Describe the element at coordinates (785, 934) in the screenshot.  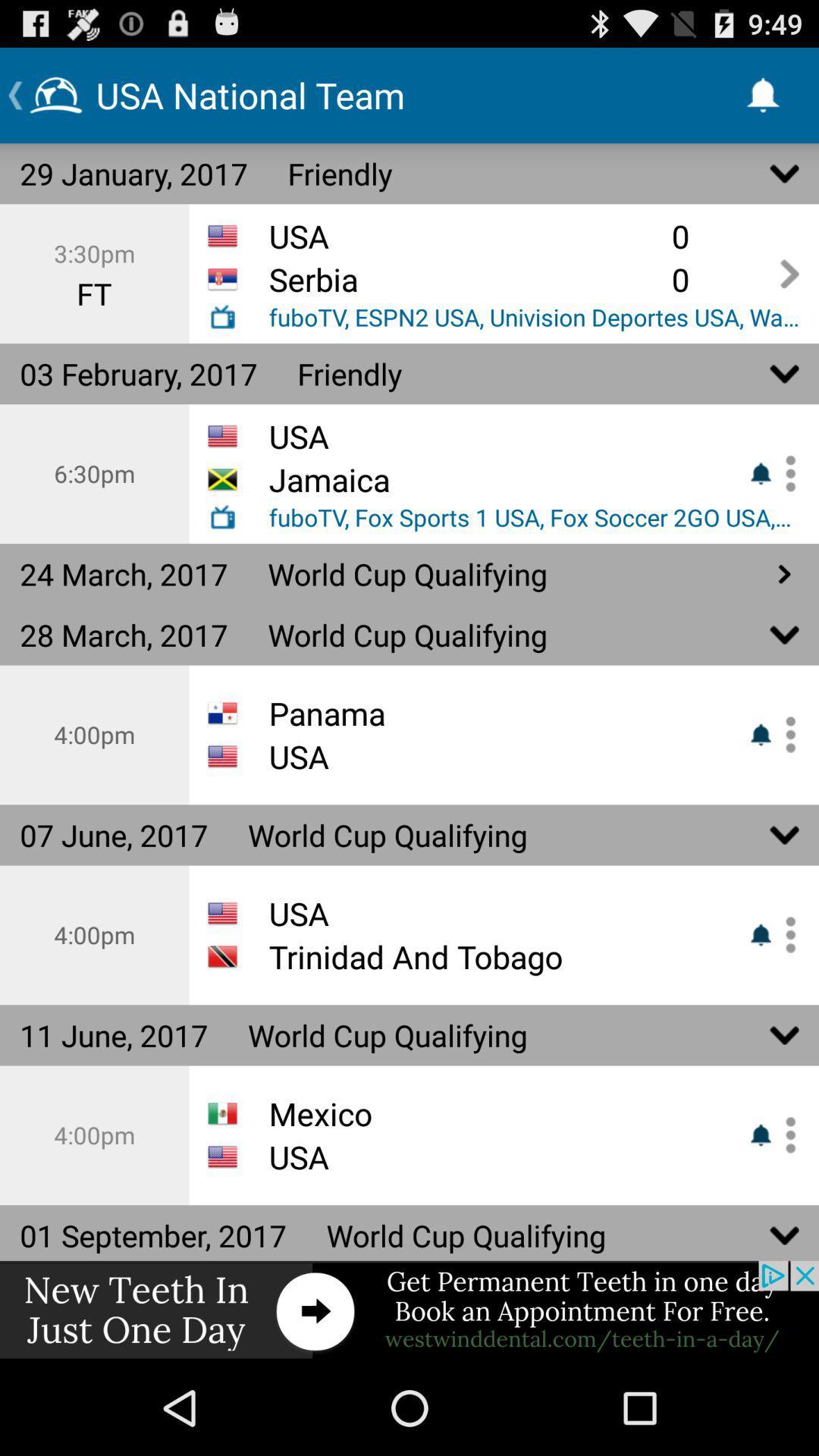
I see `to favorite` at that location.